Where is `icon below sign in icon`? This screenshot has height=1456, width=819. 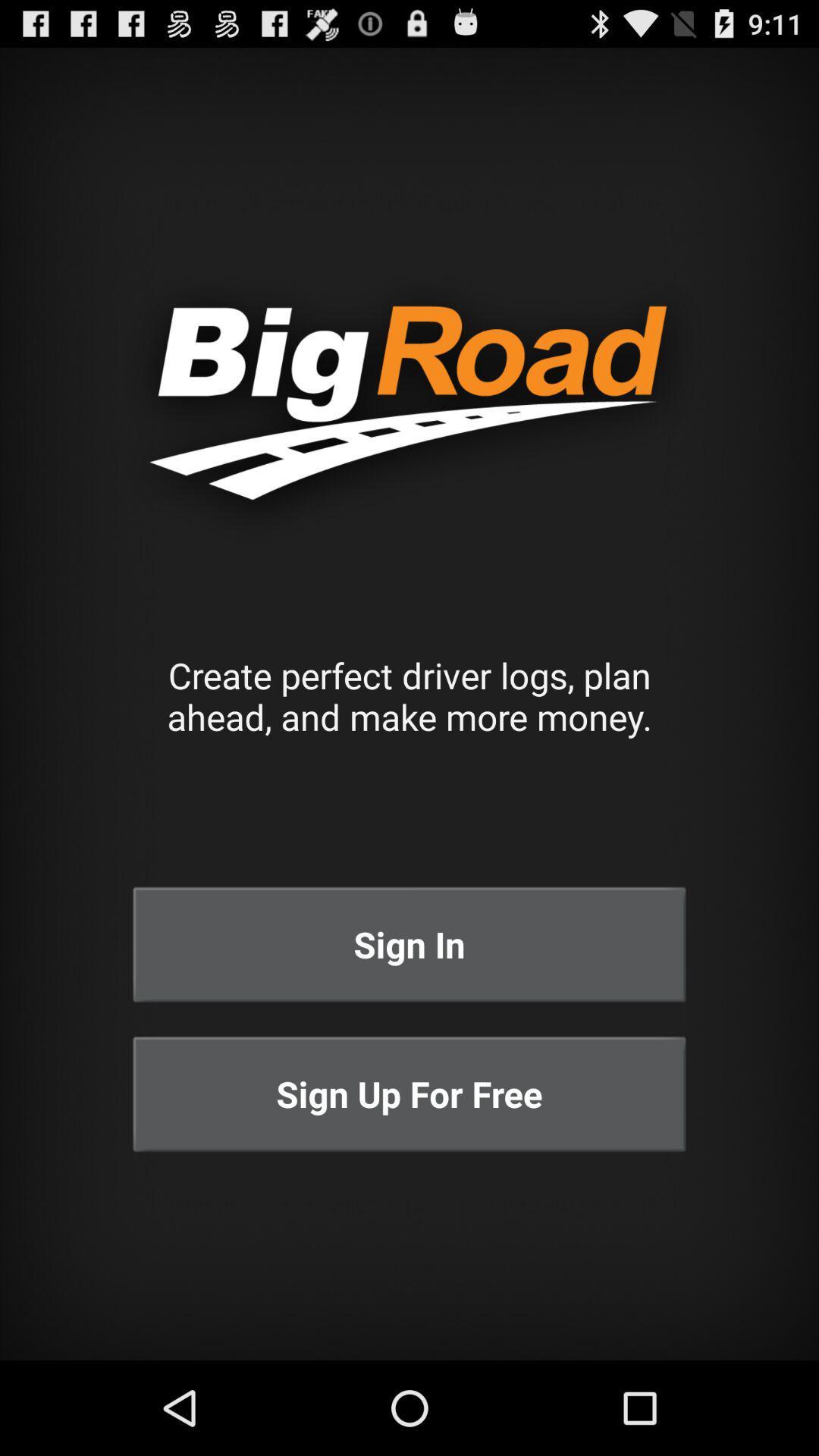
icon below sign in icon is located at coordinates (409, 1094).